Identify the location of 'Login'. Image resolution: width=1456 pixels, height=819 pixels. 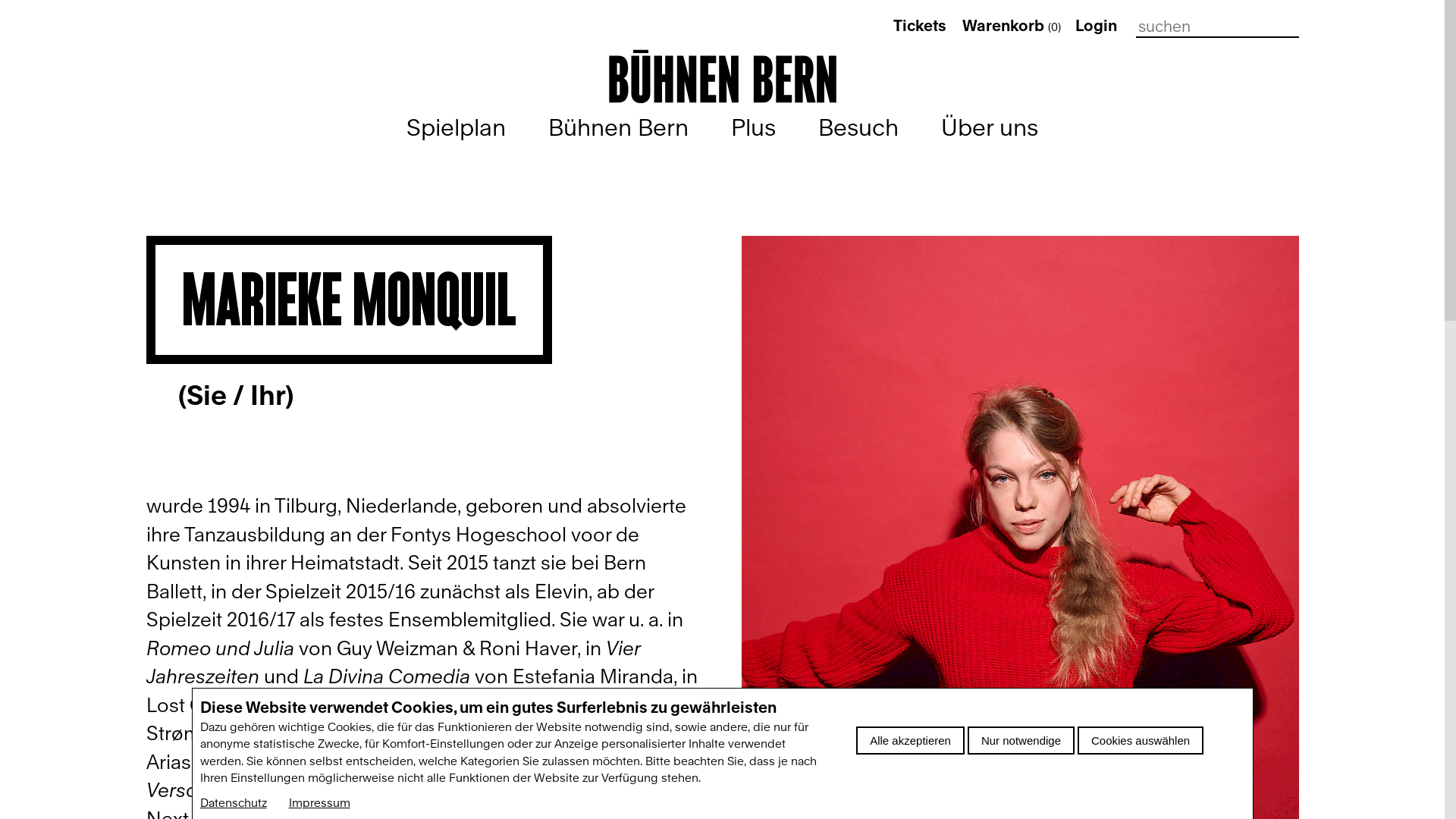
(1074, 26).